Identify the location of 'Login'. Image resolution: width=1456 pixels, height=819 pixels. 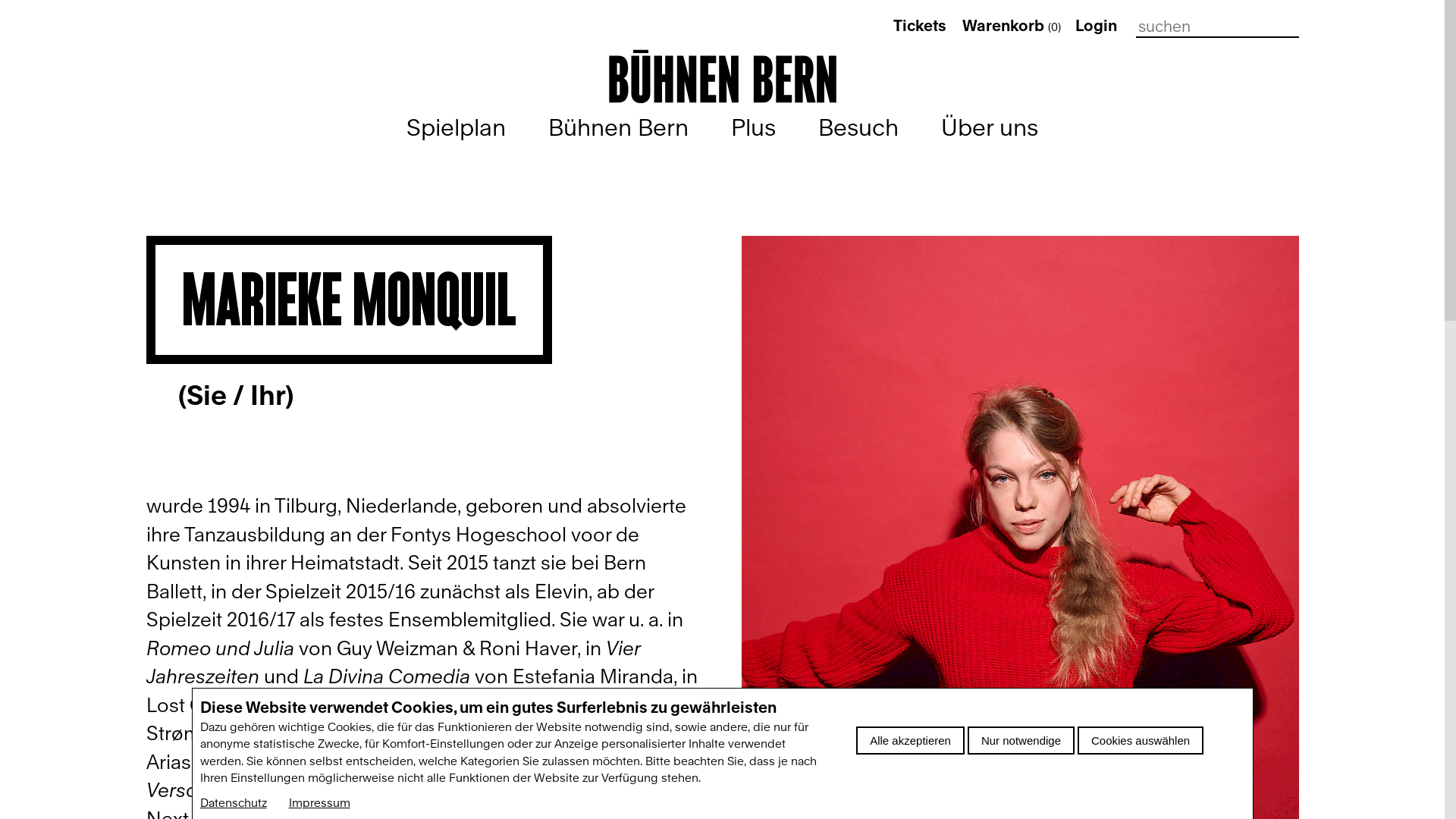
(1074, 26).